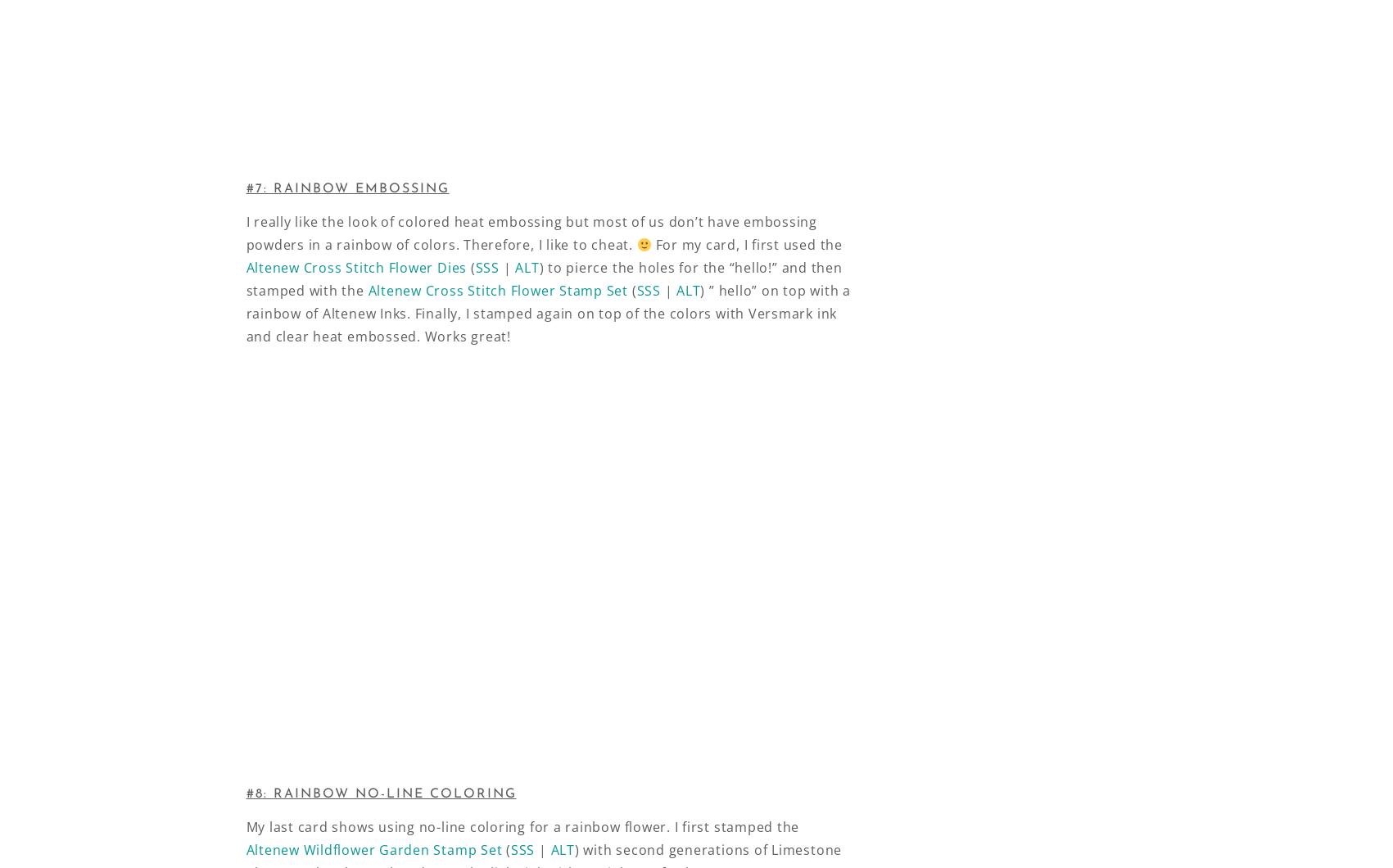  What do you see at coordinates (346, 188) in the screenshot?
I see `'#7: RAINBOW EMBOSSING'` at bounding box center [346, 188].